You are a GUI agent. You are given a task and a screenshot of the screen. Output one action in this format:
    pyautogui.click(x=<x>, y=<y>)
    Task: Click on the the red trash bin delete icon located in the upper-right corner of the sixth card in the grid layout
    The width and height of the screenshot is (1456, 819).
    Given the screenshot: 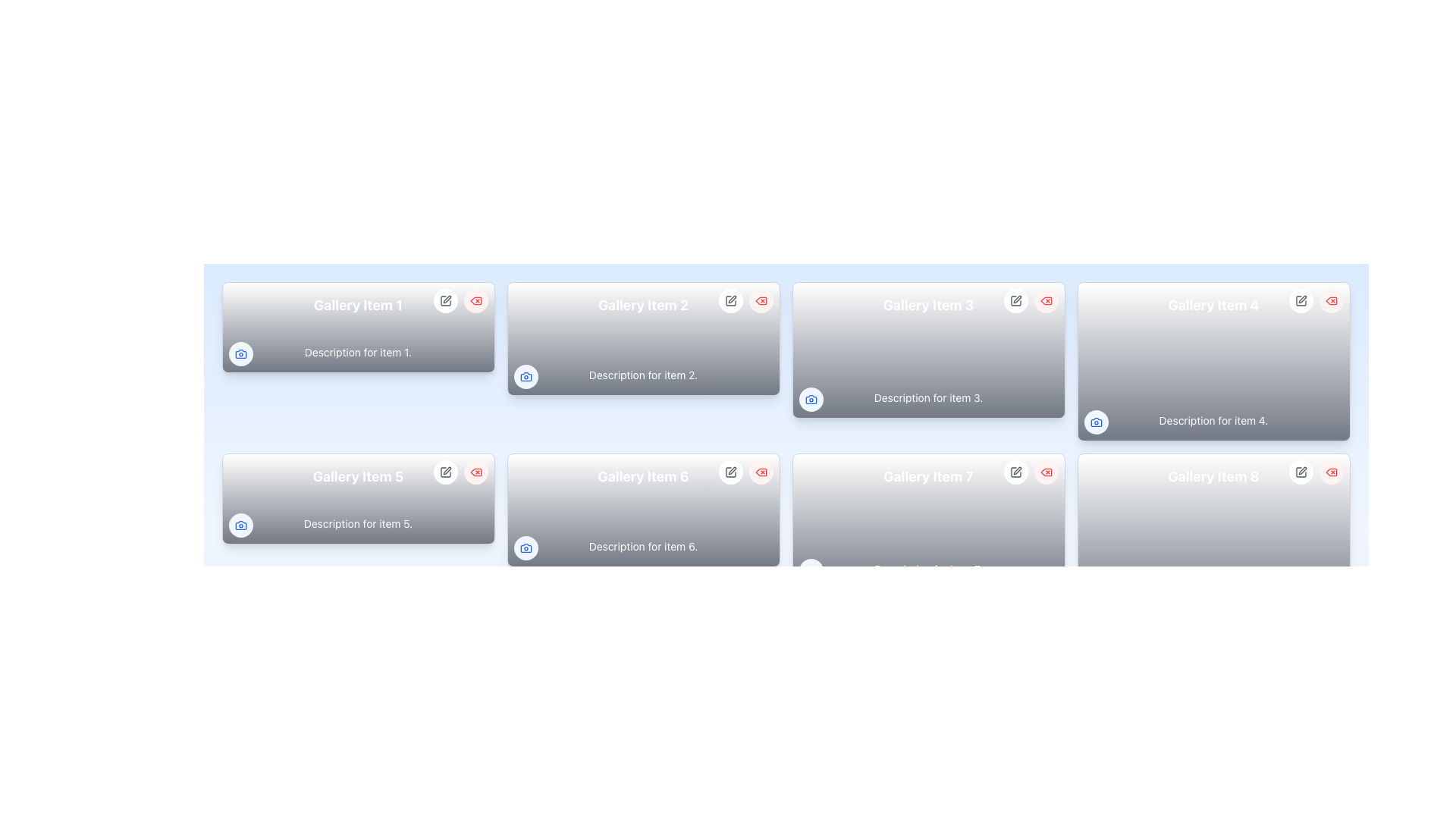 What is the action you would take?
    pyautogui.click(x=761, y=472)
    